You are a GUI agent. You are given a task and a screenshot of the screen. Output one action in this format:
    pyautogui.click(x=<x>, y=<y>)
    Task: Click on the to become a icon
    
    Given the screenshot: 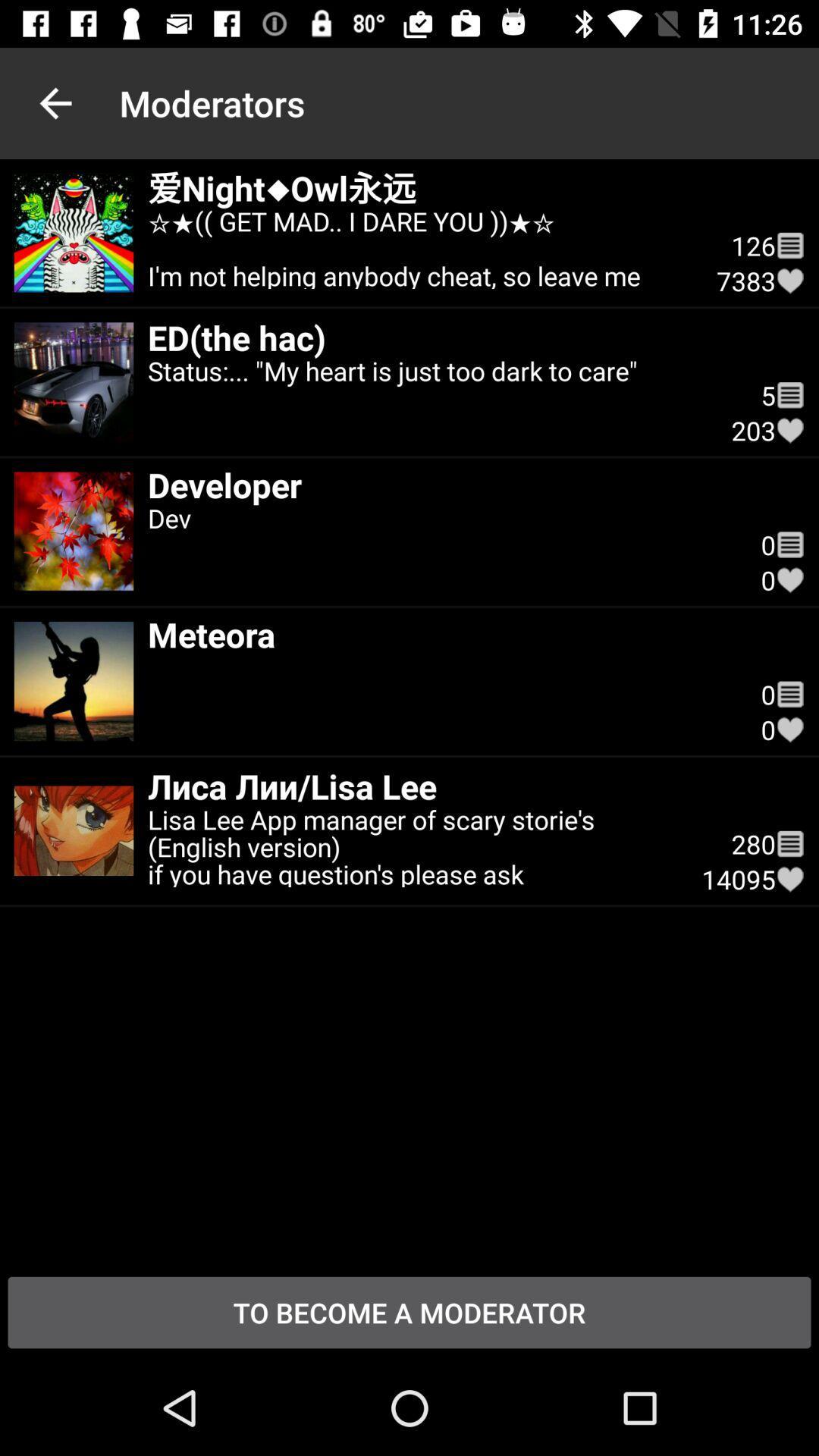 What is the action you would take?
    pyautogui.click(x=409, y=1312)
    